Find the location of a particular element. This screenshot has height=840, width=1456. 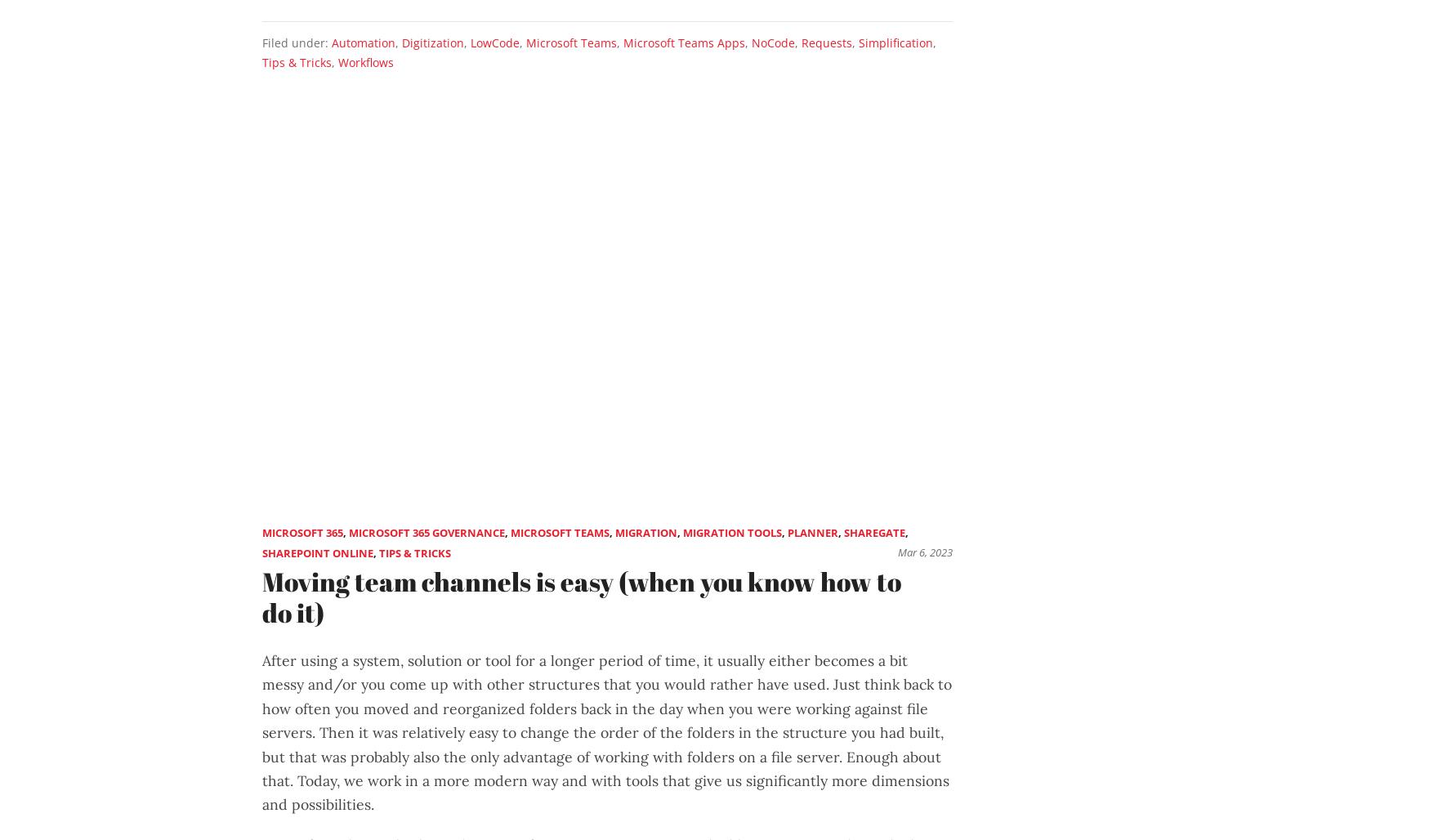

'Planner' is located at coordinates (812, 532).